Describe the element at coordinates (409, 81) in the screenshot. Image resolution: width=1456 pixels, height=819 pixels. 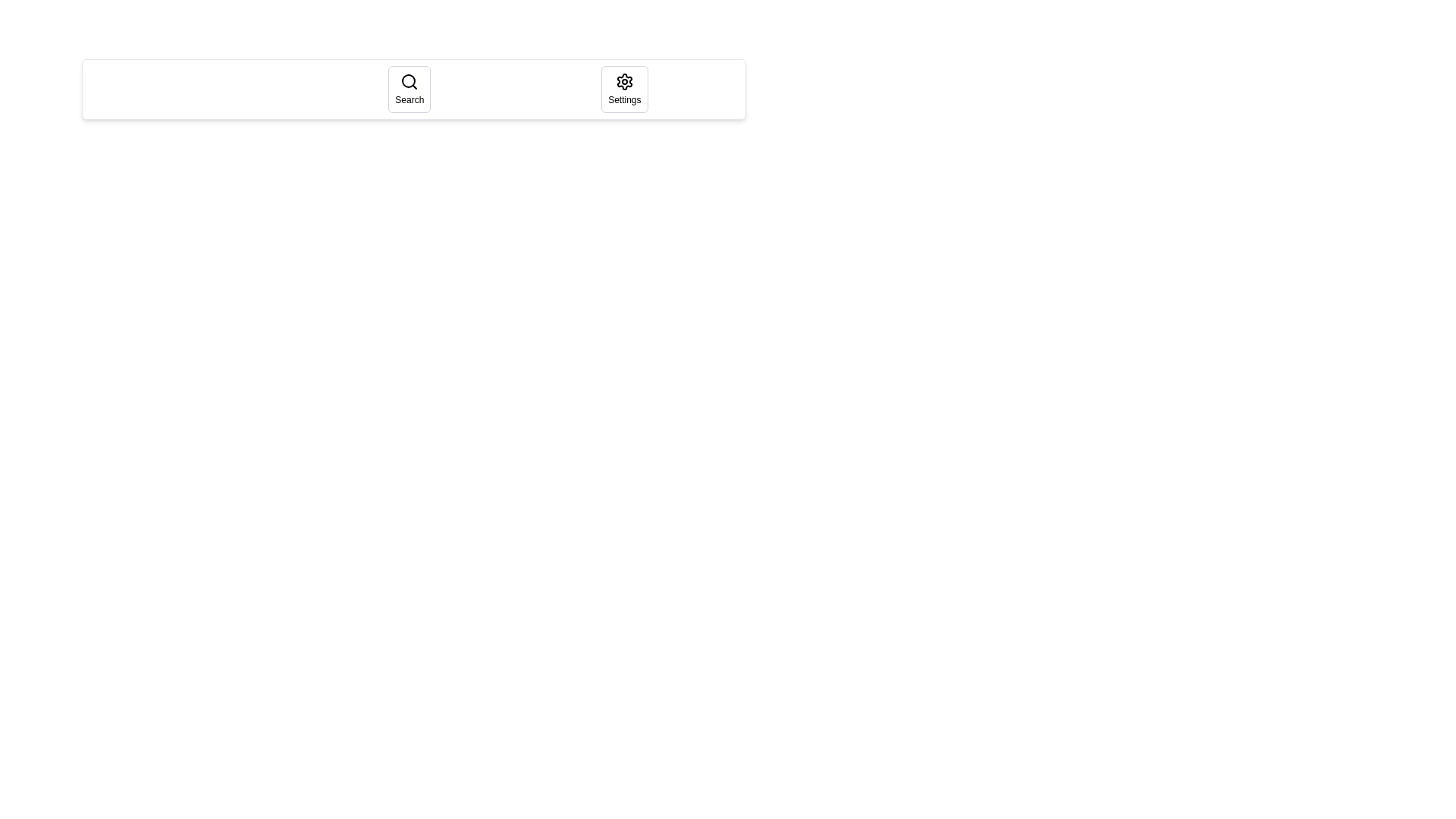
I see `the decorative circle in the magnifying glass icon, which is a circular component with a radius of 8 pixels, located at the specified center coordinates` at that location.